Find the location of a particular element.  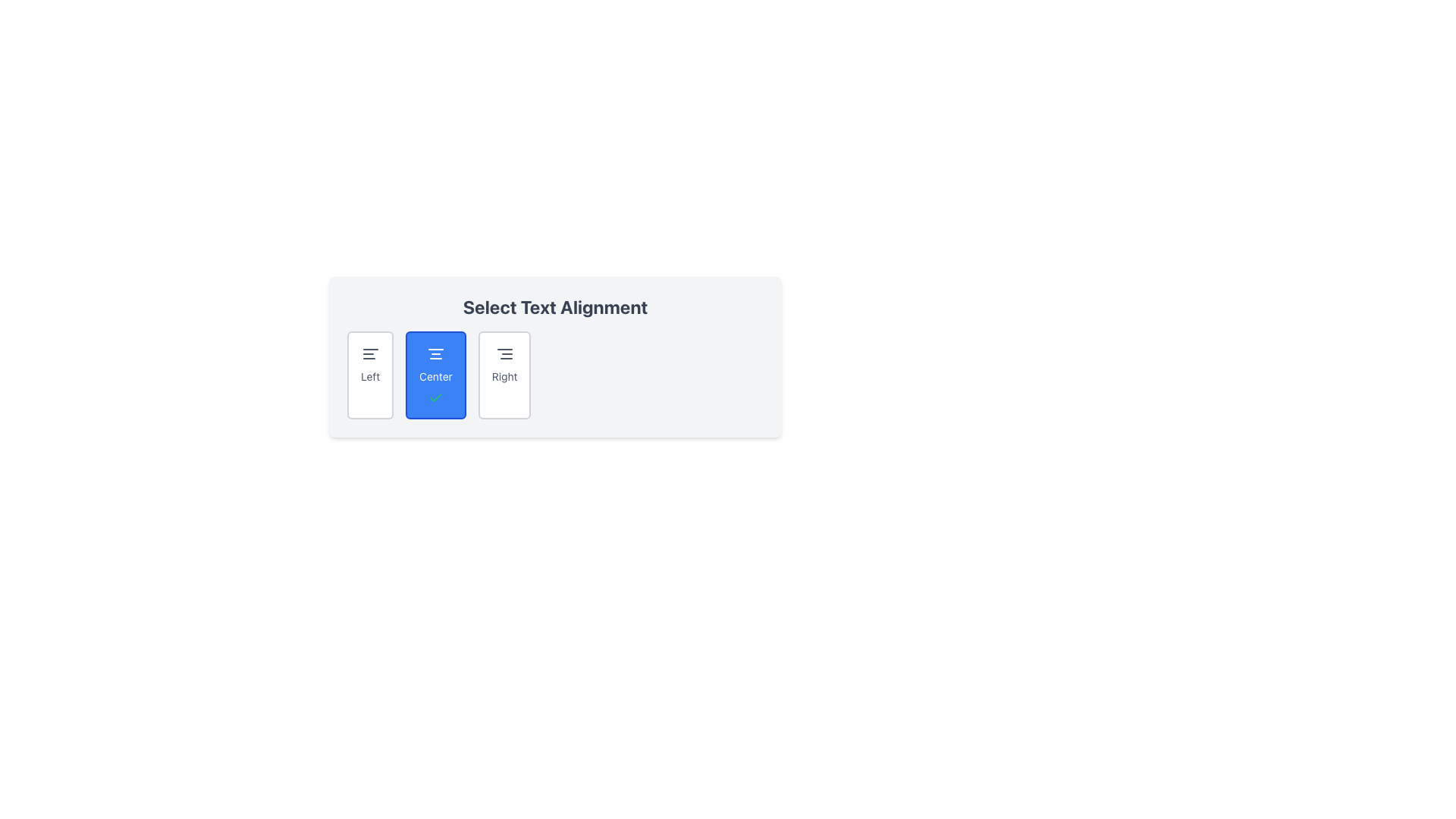

the button labeled 'Right', which is the third card in a row of three, to trigger a visual response is located at coordinates (504, 375).